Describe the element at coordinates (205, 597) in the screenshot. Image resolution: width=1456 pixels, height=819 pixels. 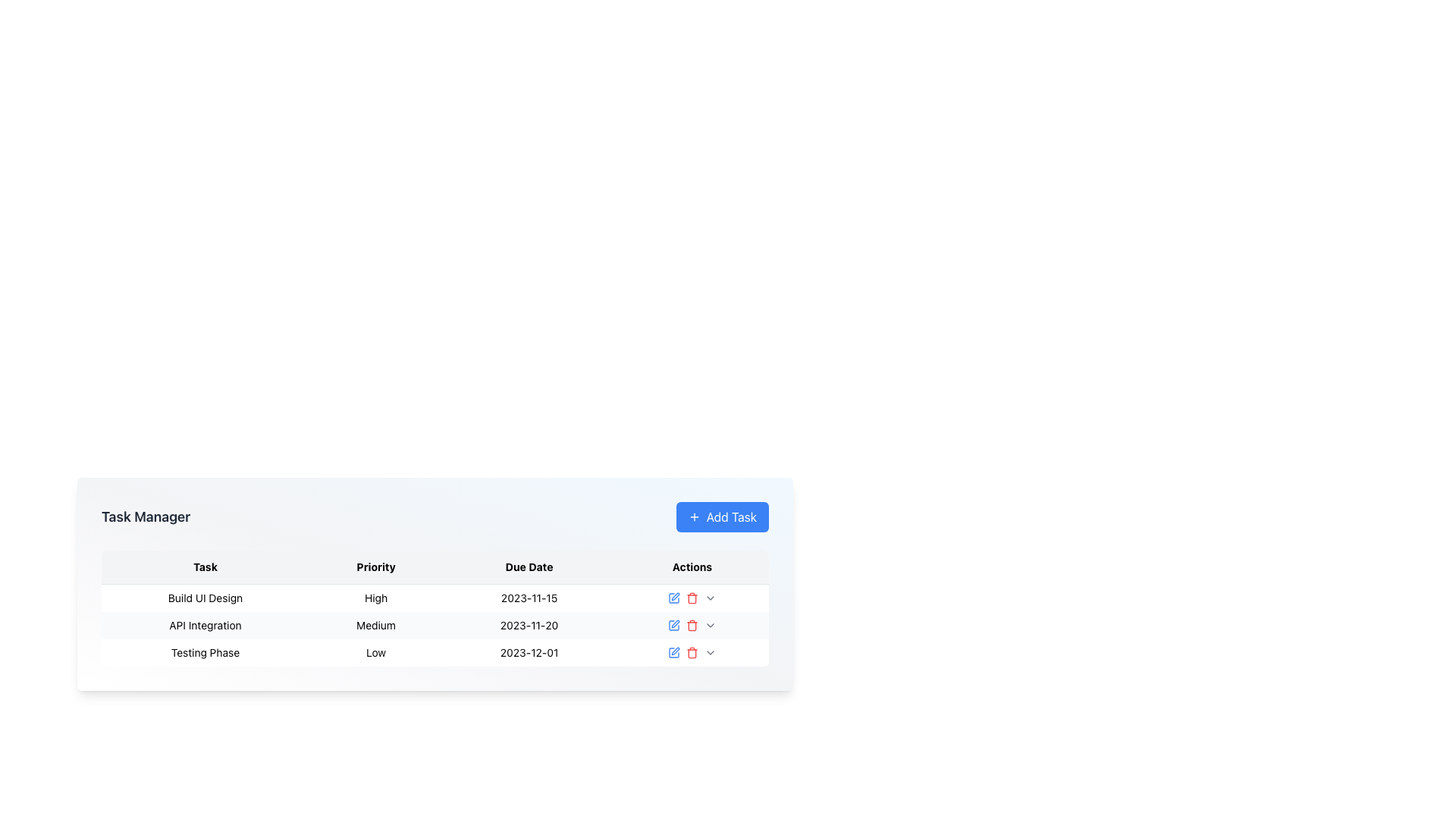
I see `the text label displaying 'Build UI Design' which is located in the first item of the 'Task' column in the table` at that location.